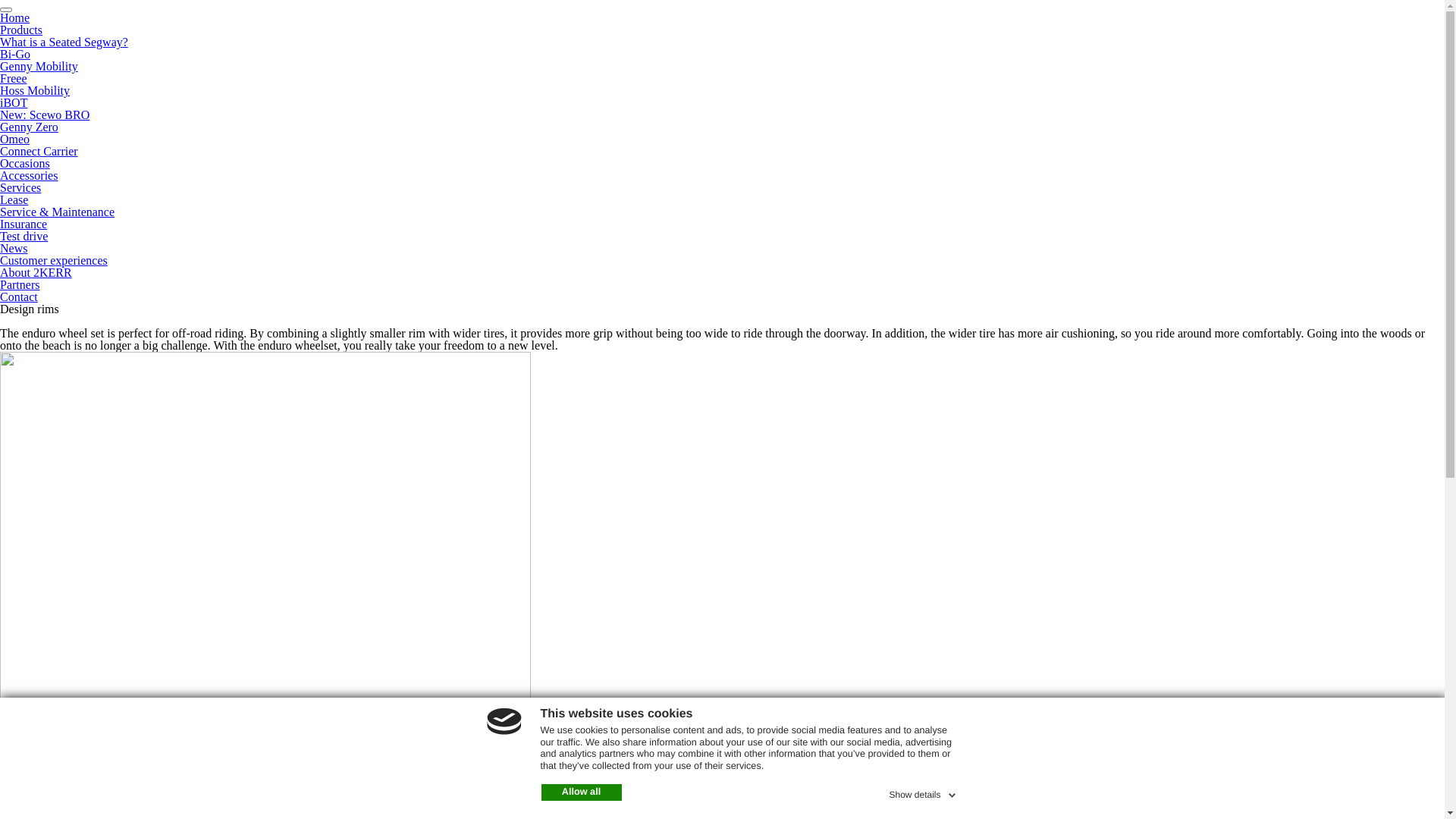  What do you see at coordinates (24, 236) in the screenshot?
I see `'Test drive'` at bounding box center [24, 236].